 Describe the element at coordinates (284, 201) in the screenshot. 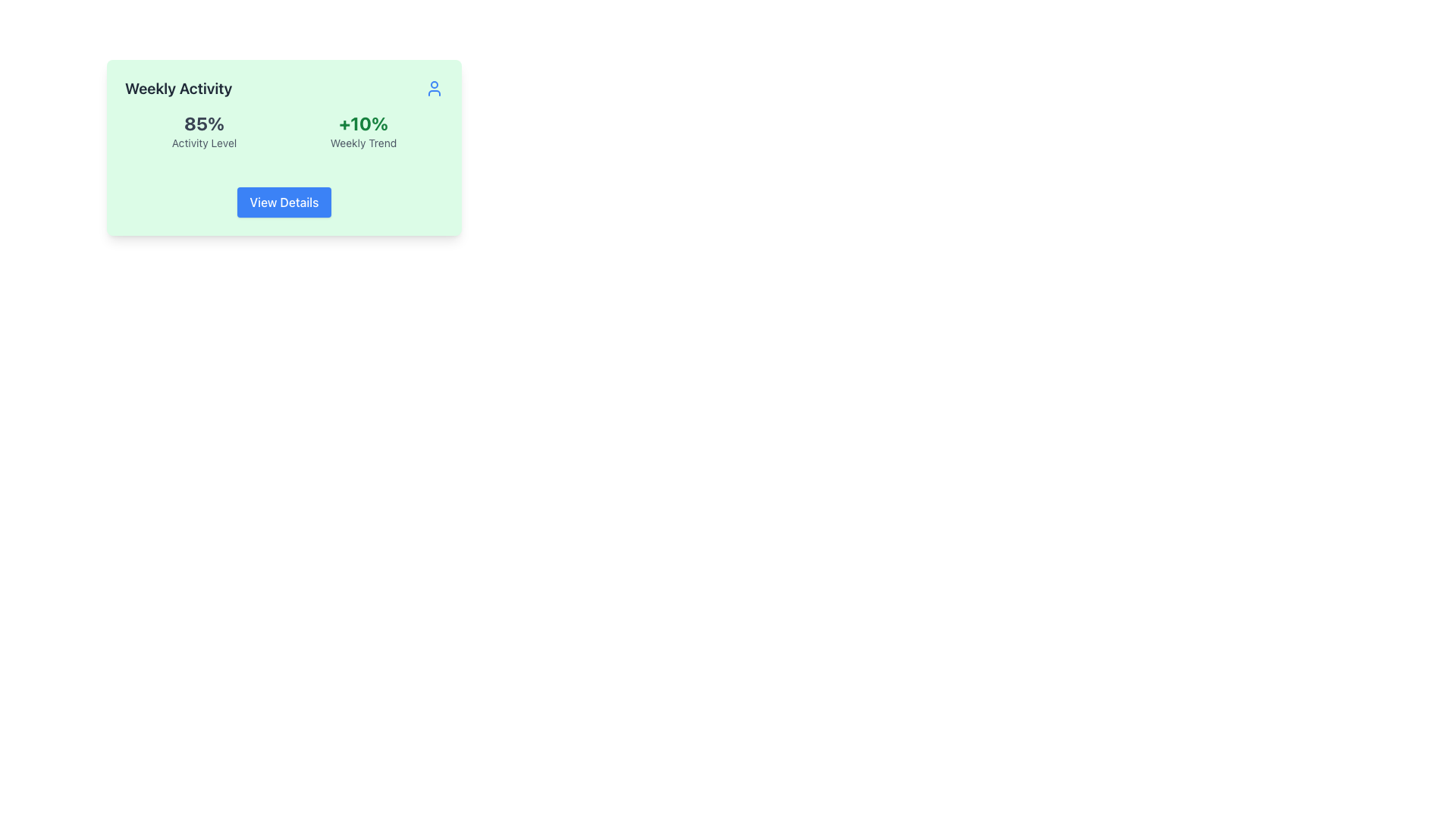

I see `the 'View Details' button, which has white text on a blue background and is located at the bottom-center of a card-like component` at that location.